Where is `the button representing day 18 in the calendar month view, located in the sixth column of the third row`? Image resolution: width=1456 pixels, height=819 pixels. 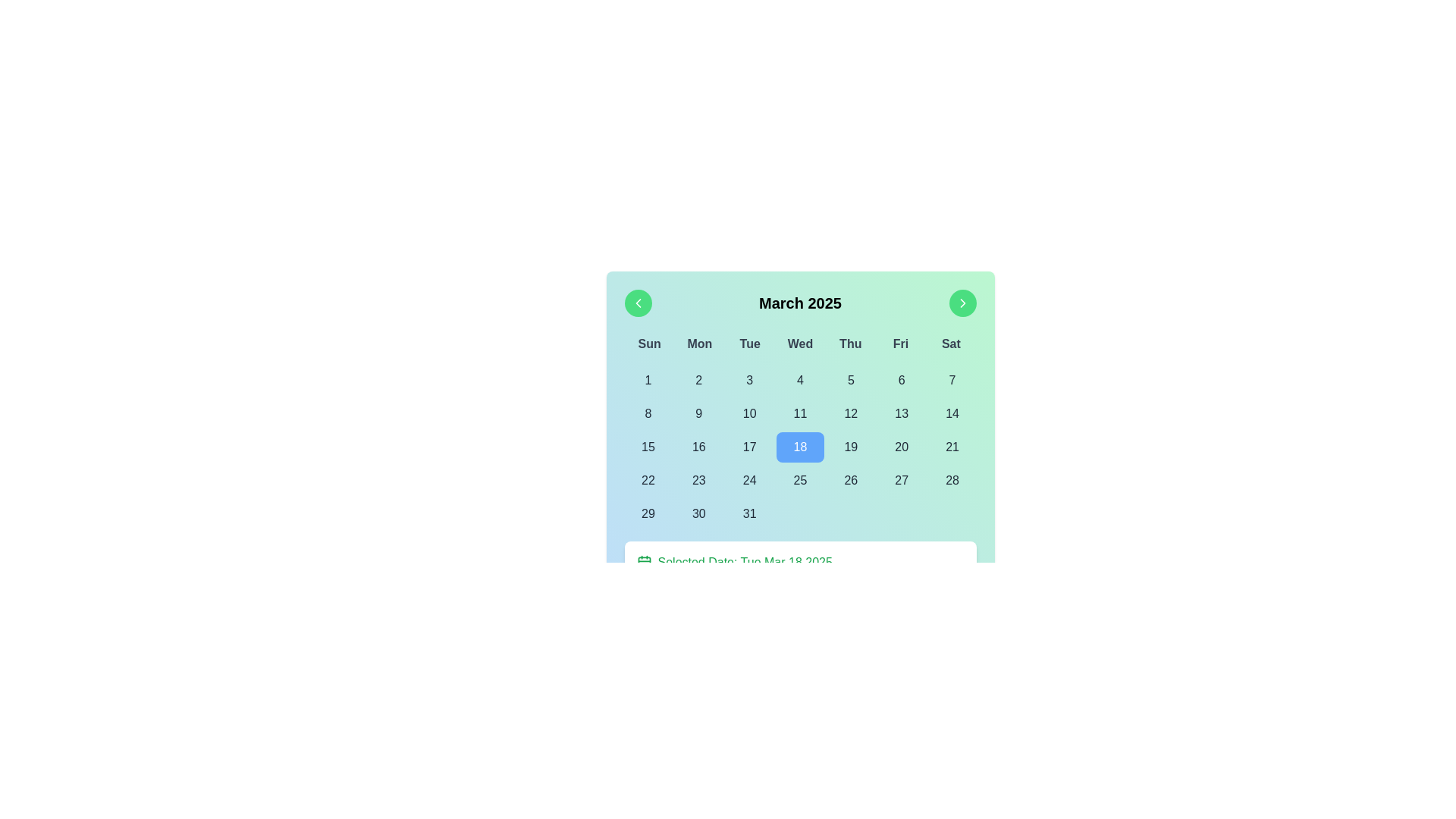
the button representing day 18 in the calendar month view, located in the sixth column of the third row is located at coordinates (799, 447).